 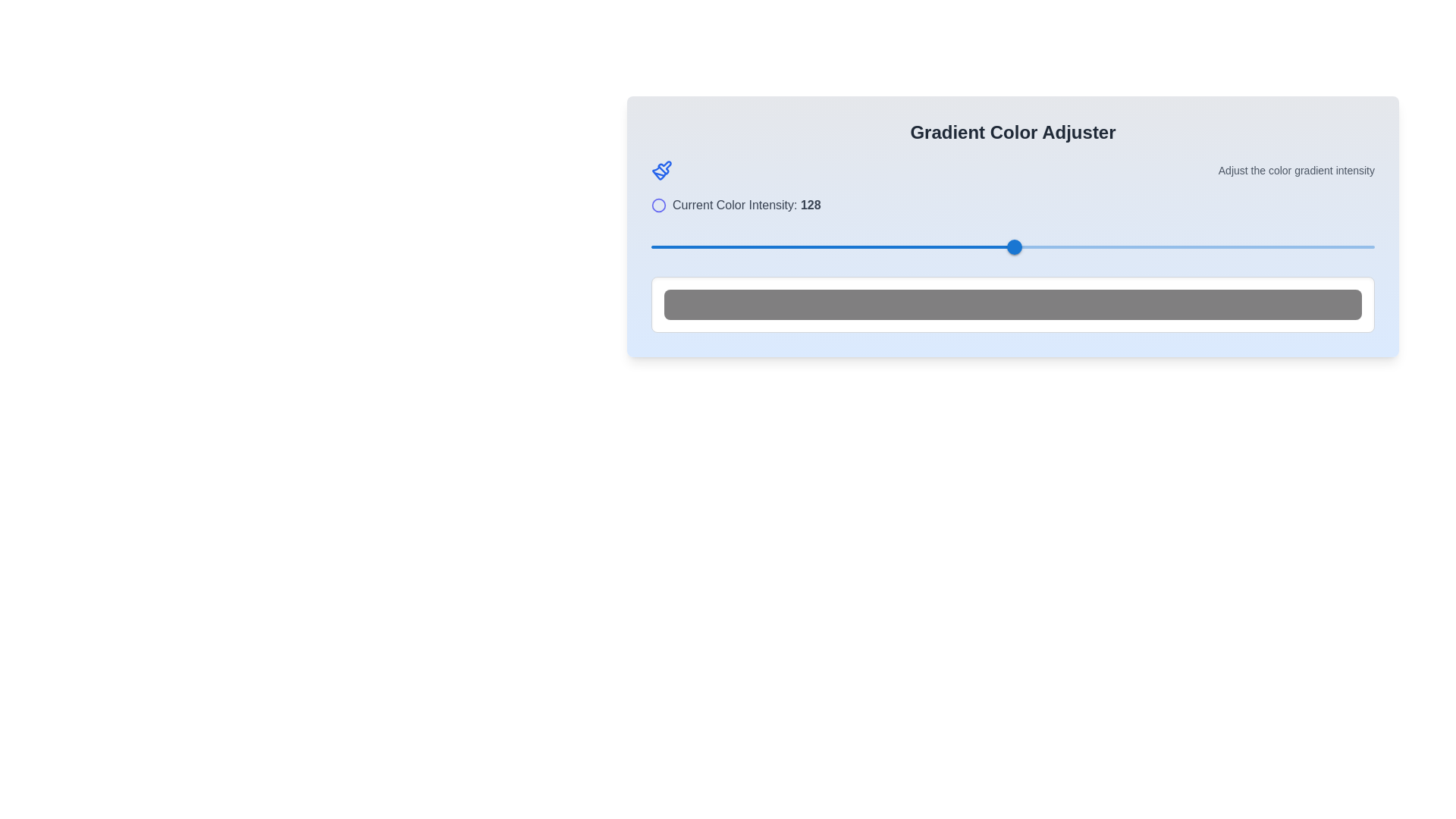 What do you see at coordinates (1269, 246) in the screenshot?
I see `the gradient color intensity` at bounding box center [1269, 246].